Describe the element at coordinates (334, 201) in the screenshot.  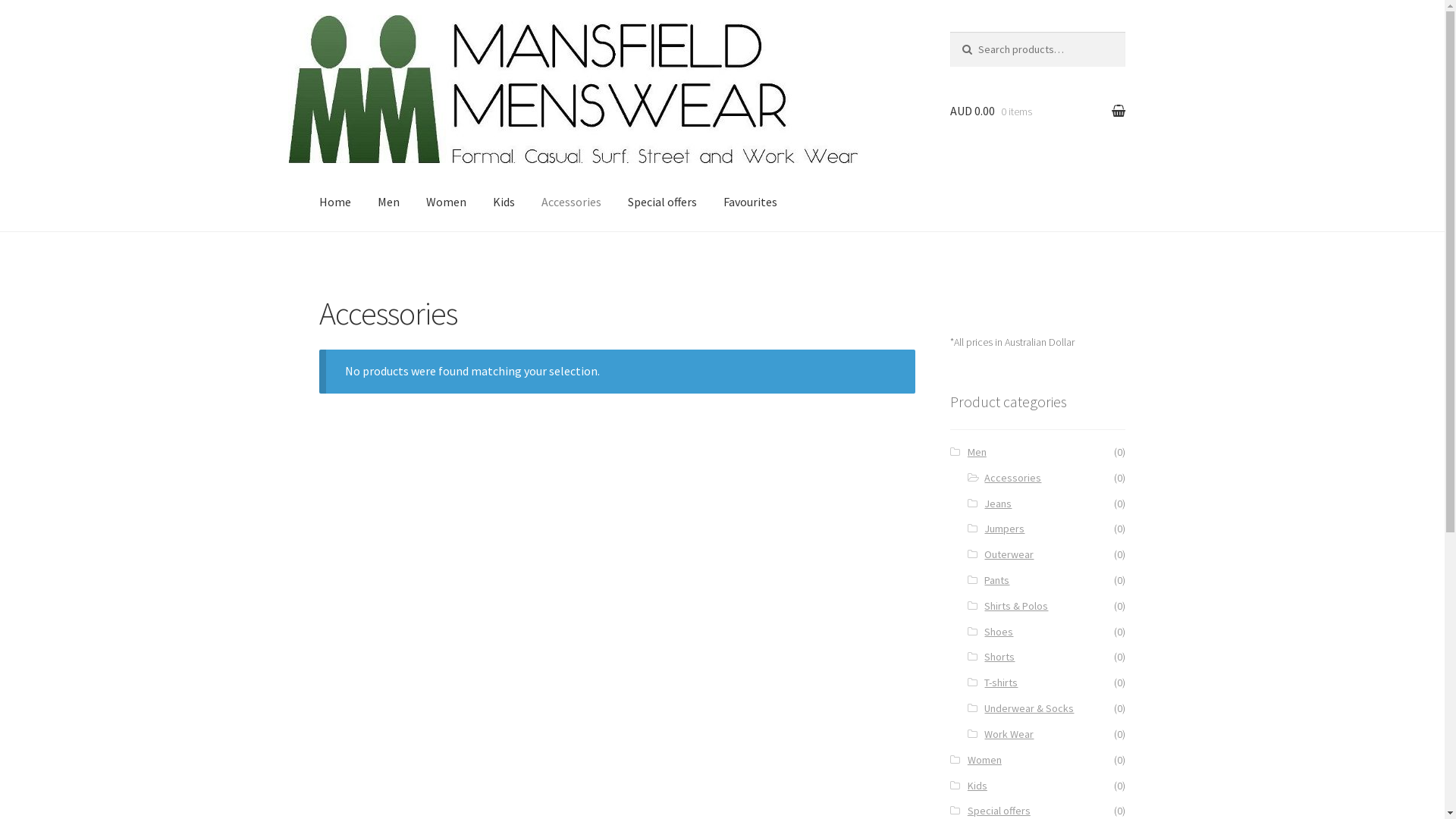
I see `'Home'` at that location.